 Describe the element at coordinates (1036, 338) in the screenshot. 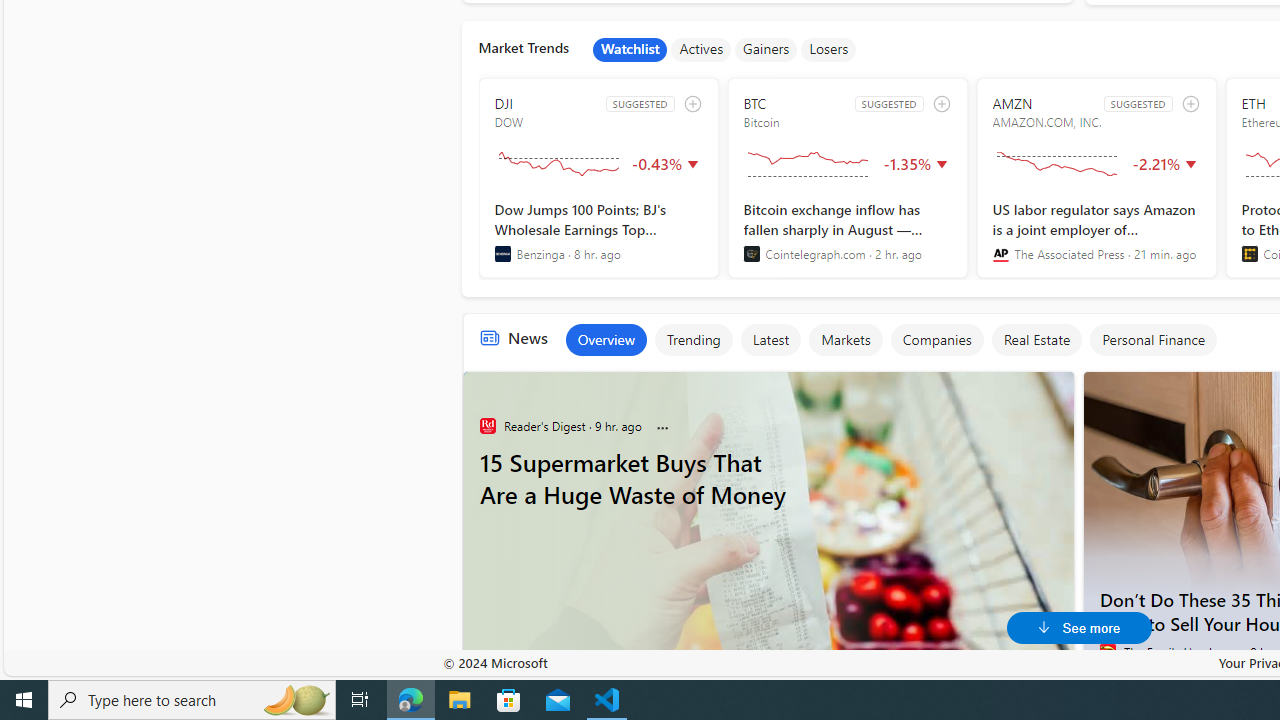

I see `'Real Estate'` at that location.